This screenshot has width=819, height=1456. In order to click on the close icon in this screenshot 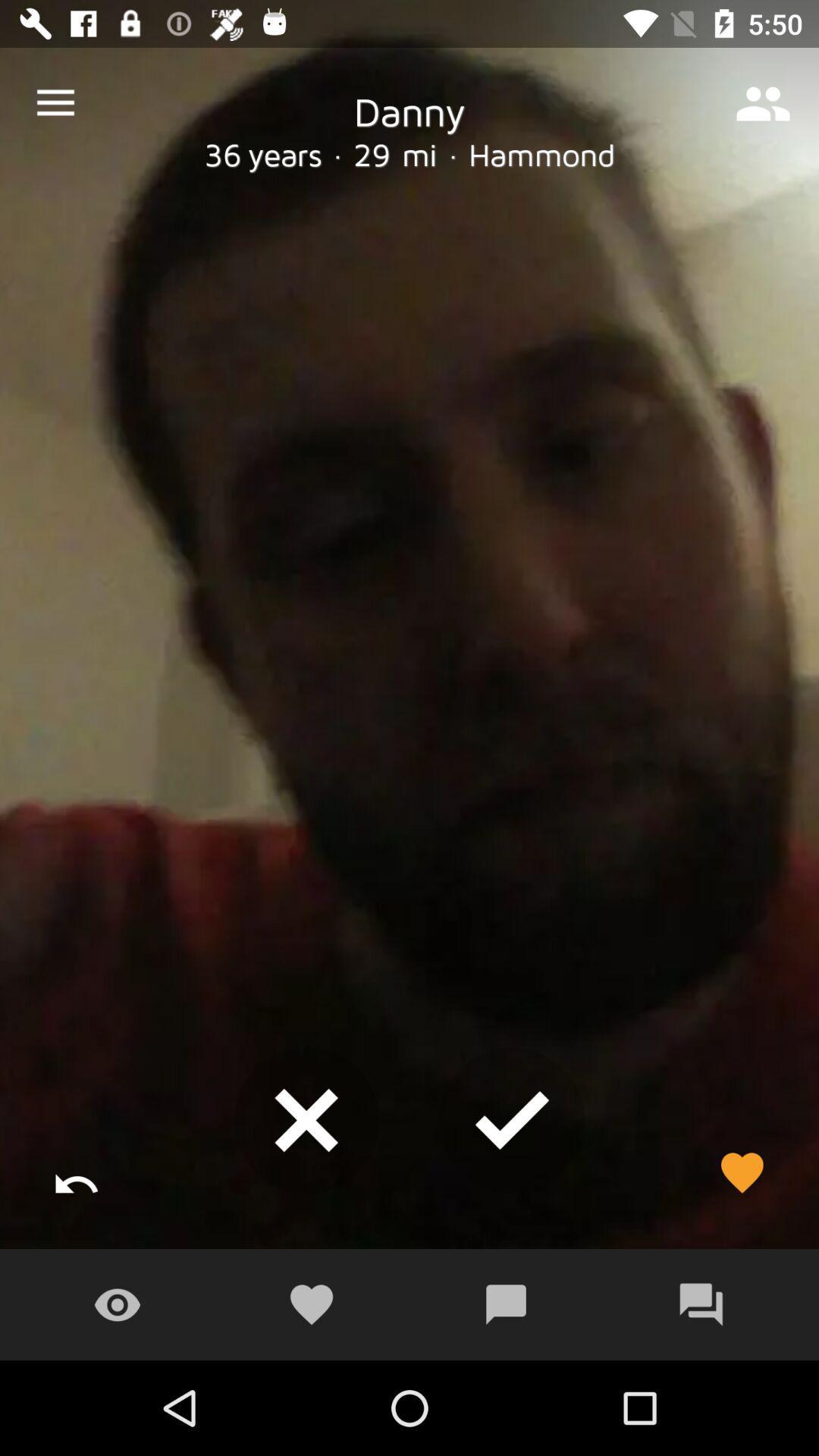, I will do `click(306, 1120)`.